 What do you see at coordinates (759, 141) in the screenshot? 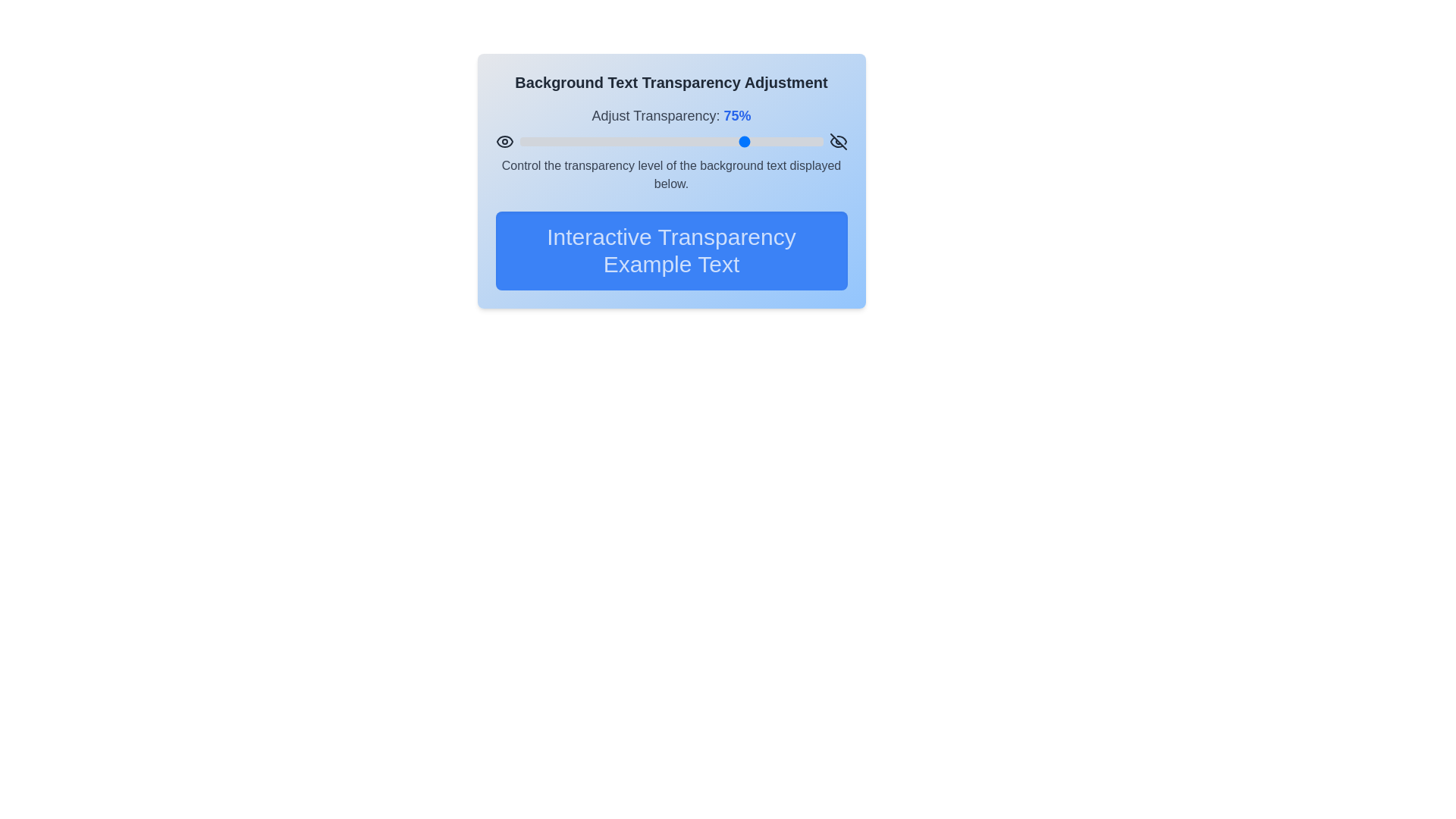
I see `the transparency slider to 79%` at bounding box center [759, 141].